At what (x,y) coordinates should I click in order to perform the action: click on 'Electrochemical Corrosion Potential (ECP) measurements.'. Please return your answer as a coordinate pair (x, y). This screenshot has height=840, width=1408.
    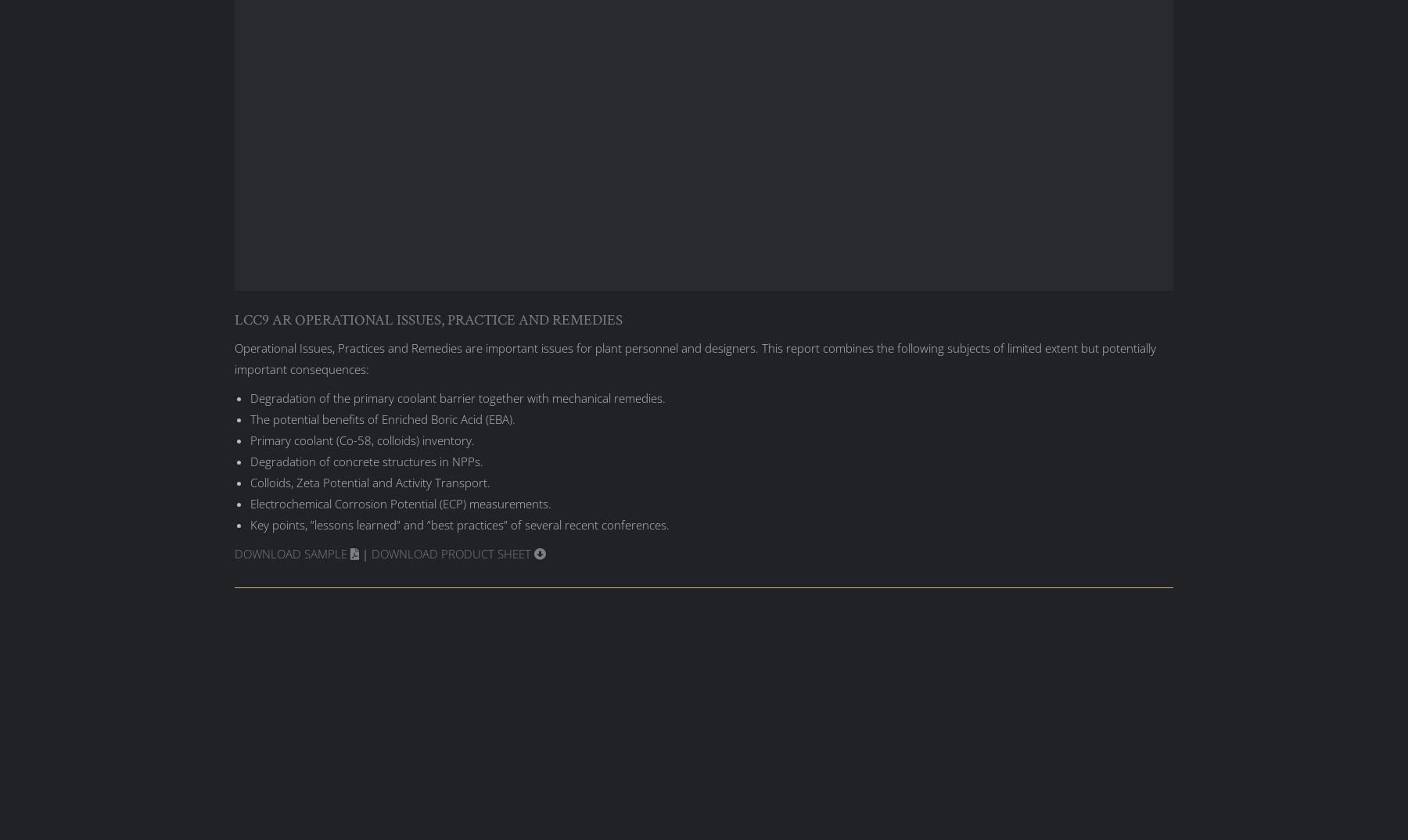
    Looking at the image, I should click on (400, 503).